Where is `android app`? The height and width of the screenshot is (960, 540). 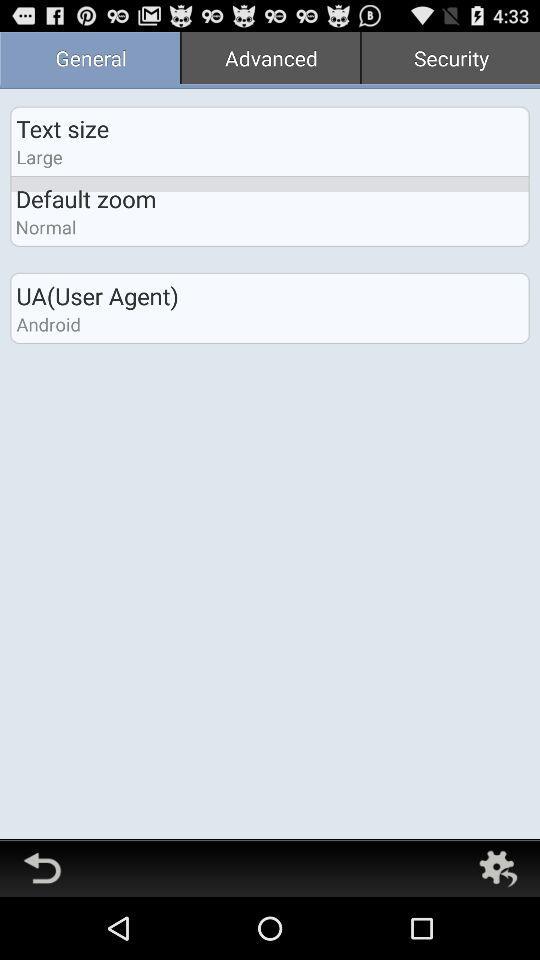
android app is located at coordinates (48, 324).